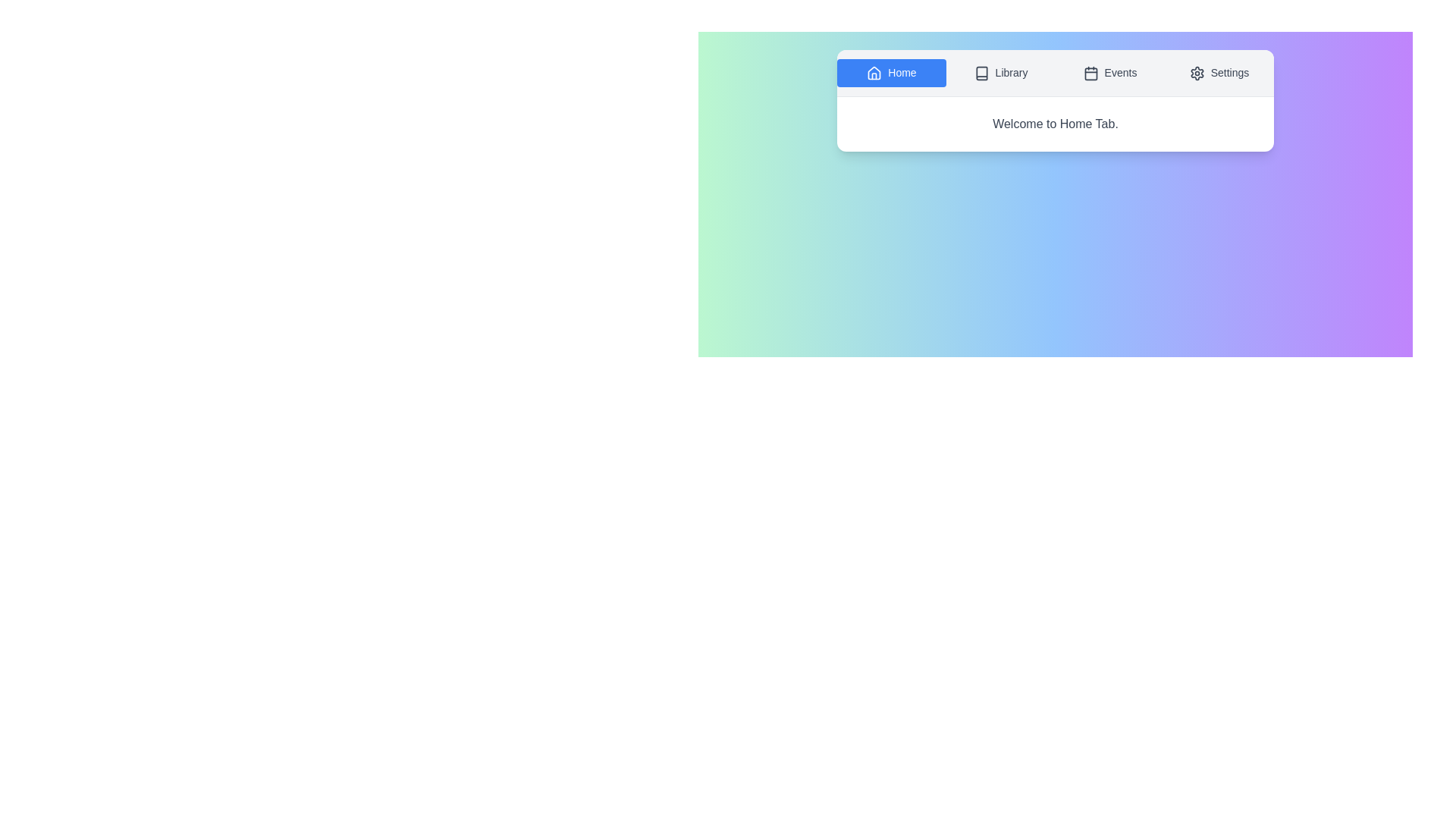 This screenshot has width=1456, height=819. What do you see at coordinates (1196, 74) in the screenshot?
I see `the gear icon in the top-right corner of the navigation bar` at bounding box center [1196, 74].